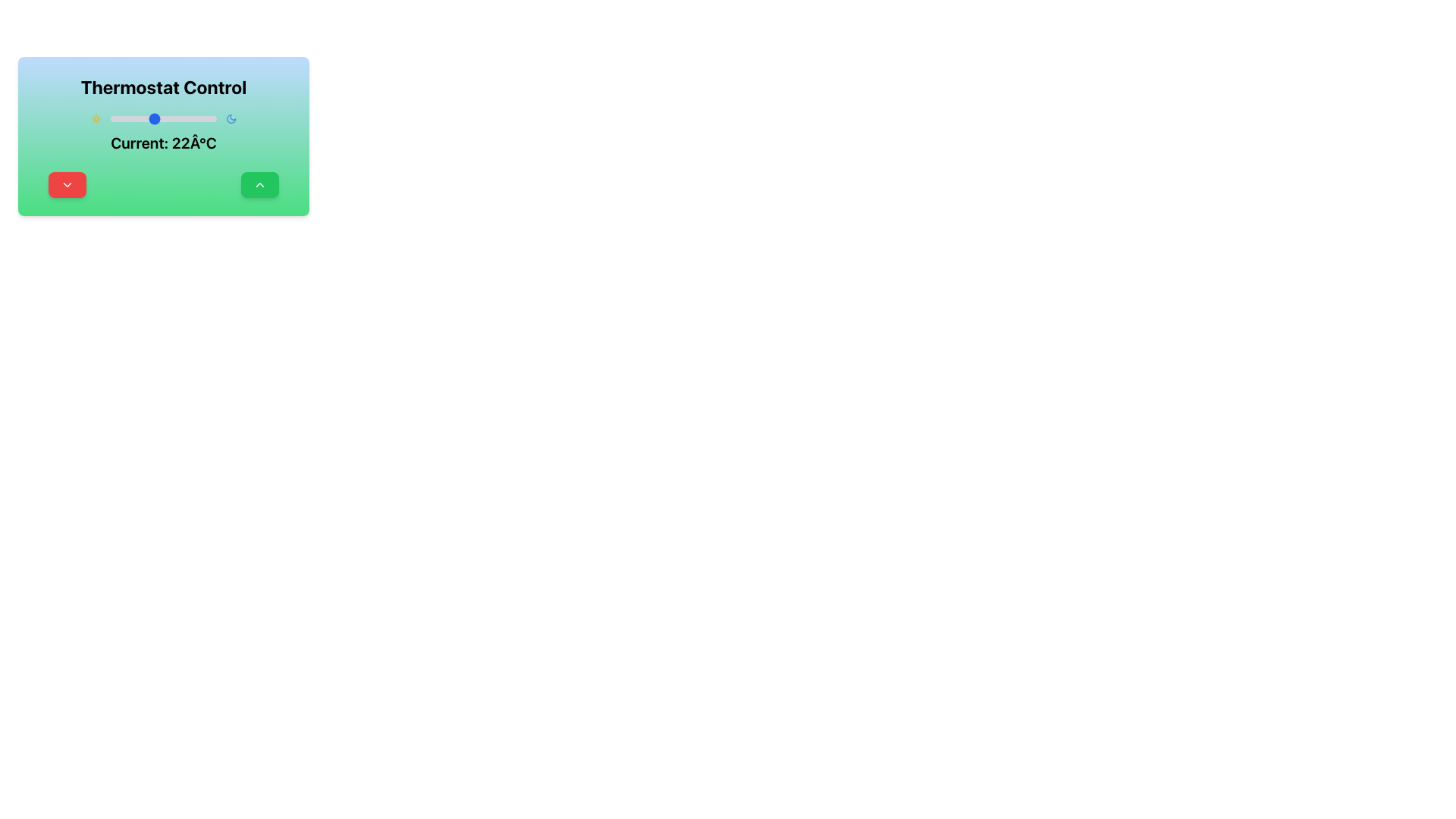 Image resolution: width=1456 pixels, height=819 pixels. What do you see at coordinates (198, 118) in the screenshot?
I see `temperature` at bounding box center [198, 118].